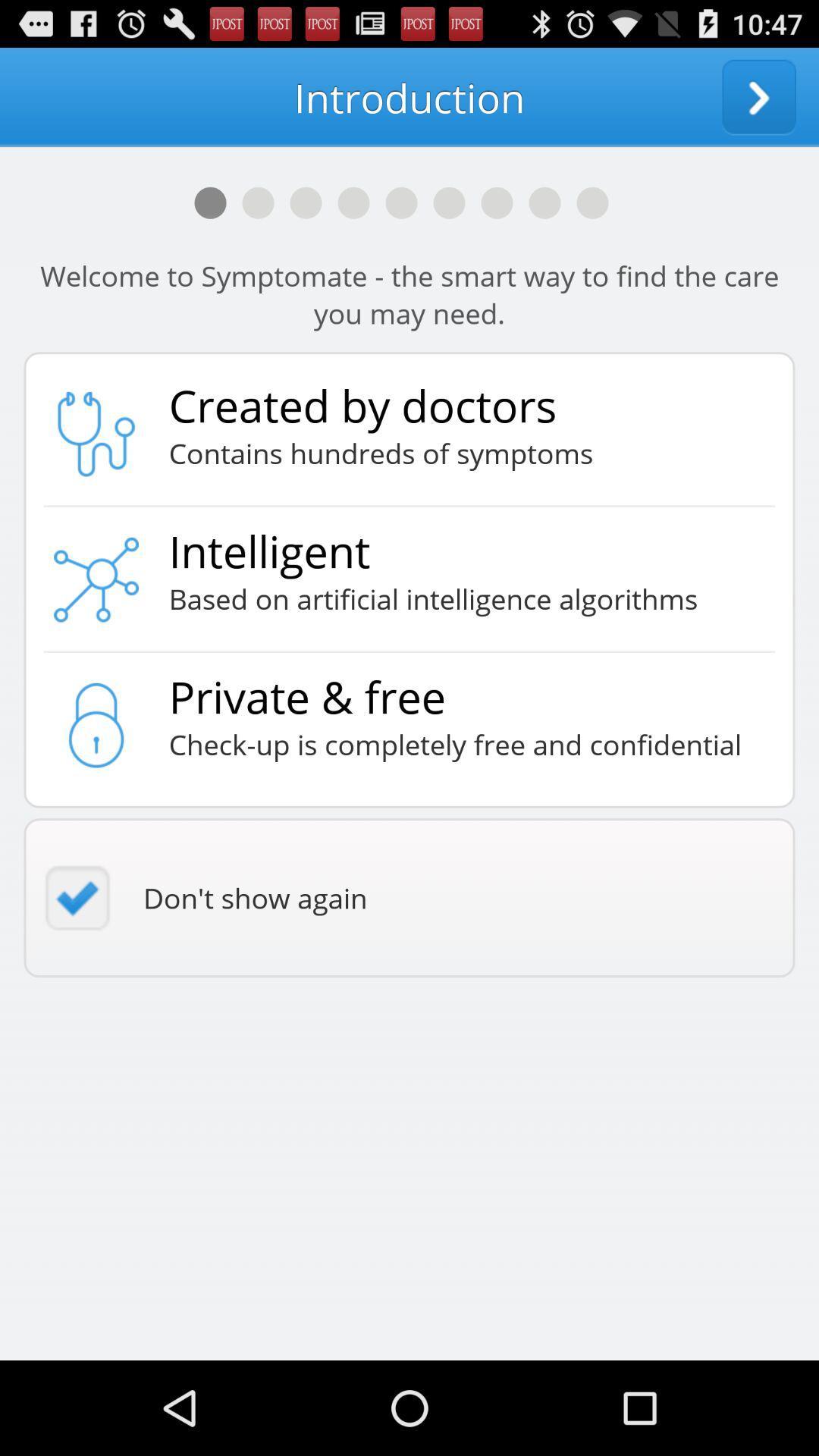 The image size is (819, 1456). Describe the element at coordinates (409, 898) in the screenshot. I see `don t show` at that location.